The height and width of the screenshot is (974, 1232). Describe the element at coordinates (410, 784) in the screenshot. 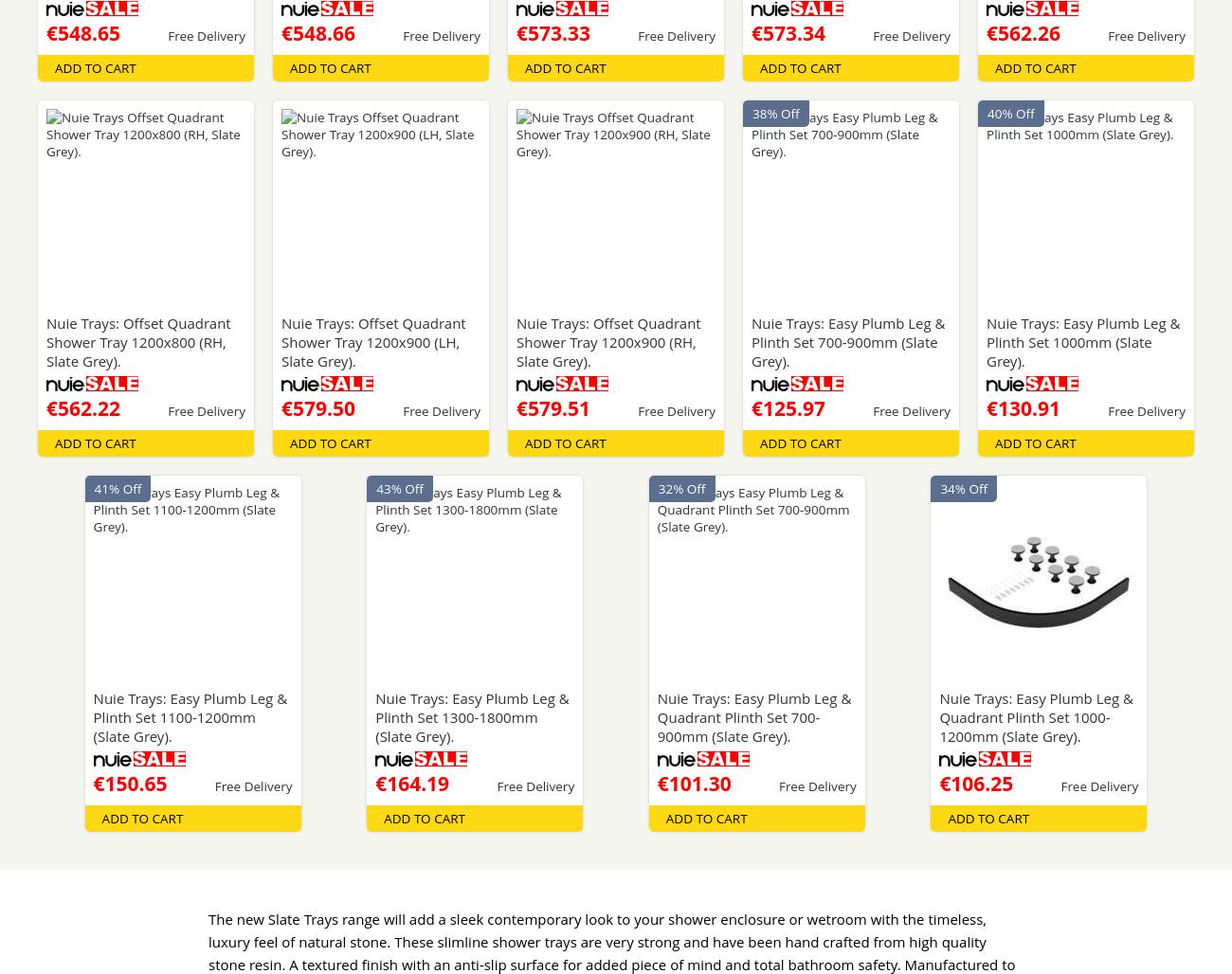

I see `'€164.19'` at that location.